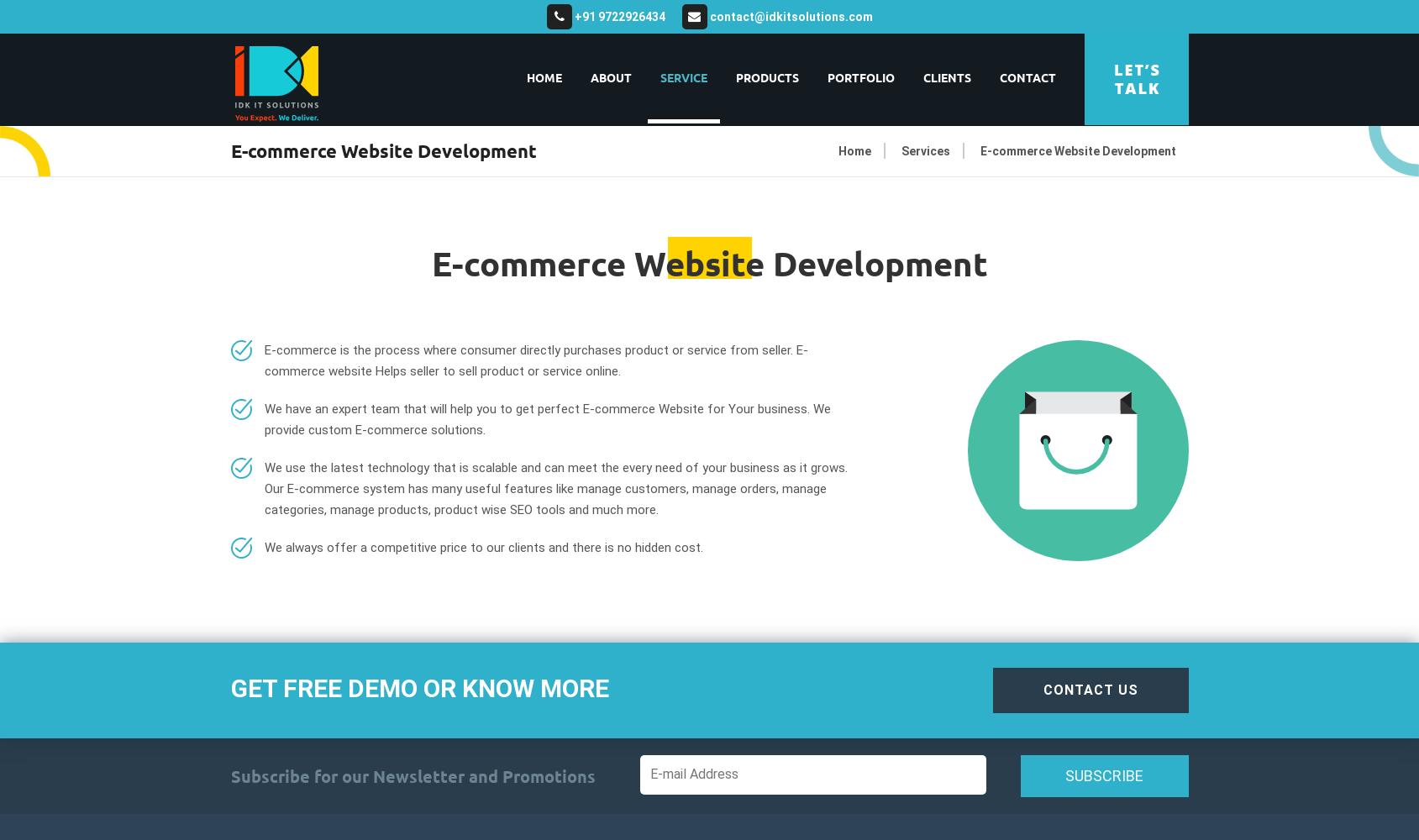 This screenshot has height=840, width=1419. Describe the element at coordinates (788, 17) in the screenshot. I see `'contact@idkitsolutions.com'` at that location.